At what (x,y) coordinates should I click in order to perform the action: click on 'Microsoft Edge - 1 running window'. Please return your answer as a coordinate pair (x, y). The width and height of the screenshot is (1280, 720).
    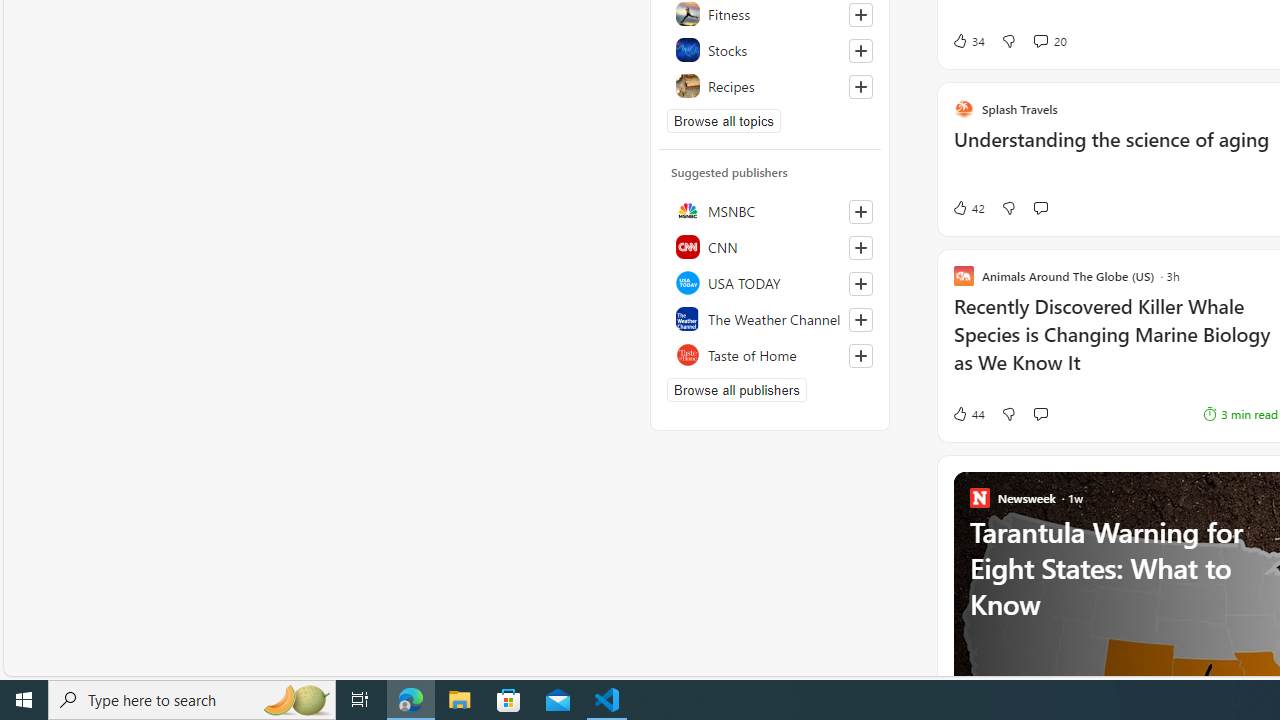
    Looking at the image, I should click on (410, 698).